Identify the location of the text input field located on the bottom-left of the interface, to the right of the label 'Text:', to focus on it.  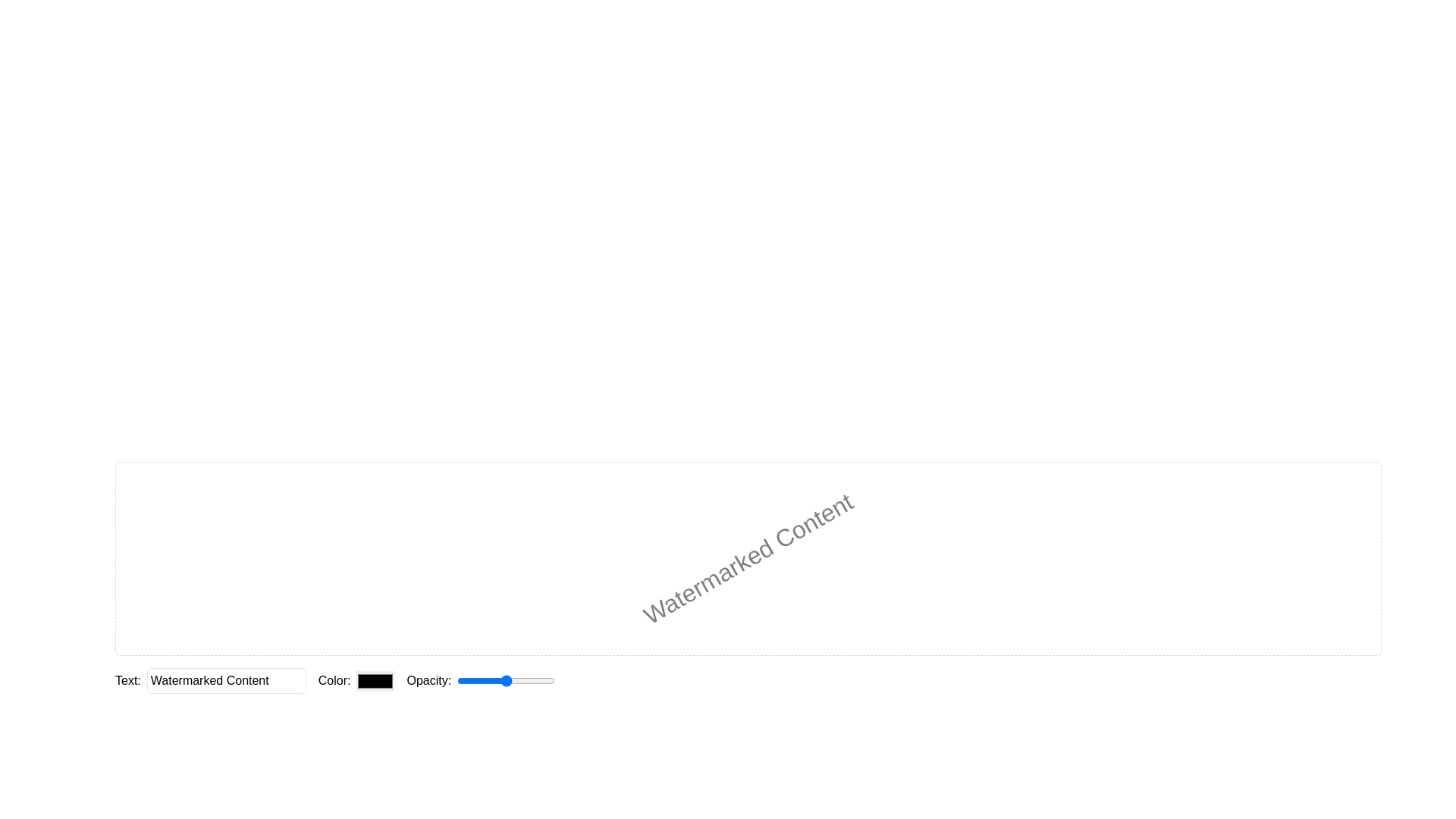
(225, 680).